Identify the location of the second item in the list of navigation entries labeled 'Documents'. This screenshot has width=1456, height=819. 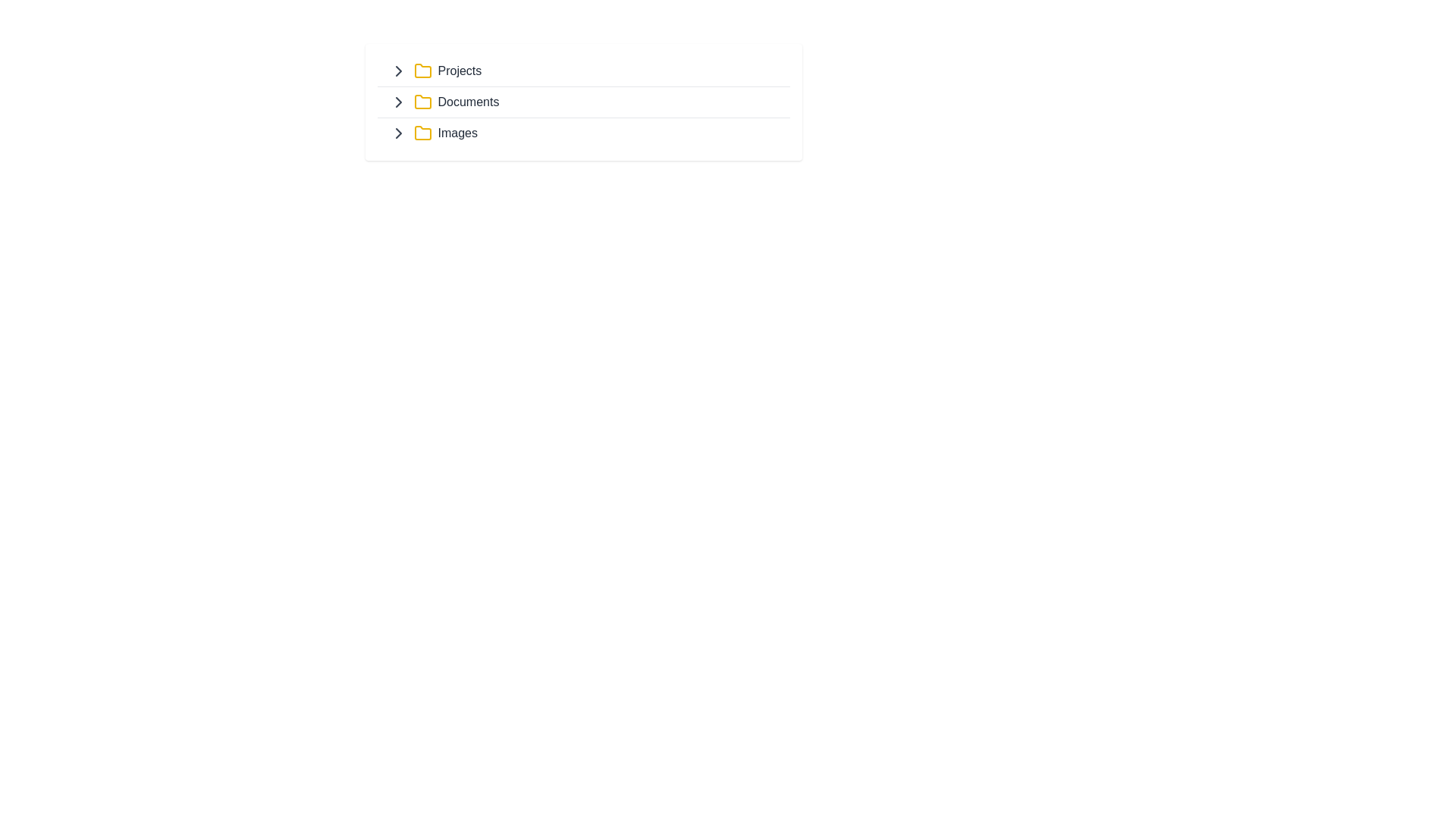
(582, 102).